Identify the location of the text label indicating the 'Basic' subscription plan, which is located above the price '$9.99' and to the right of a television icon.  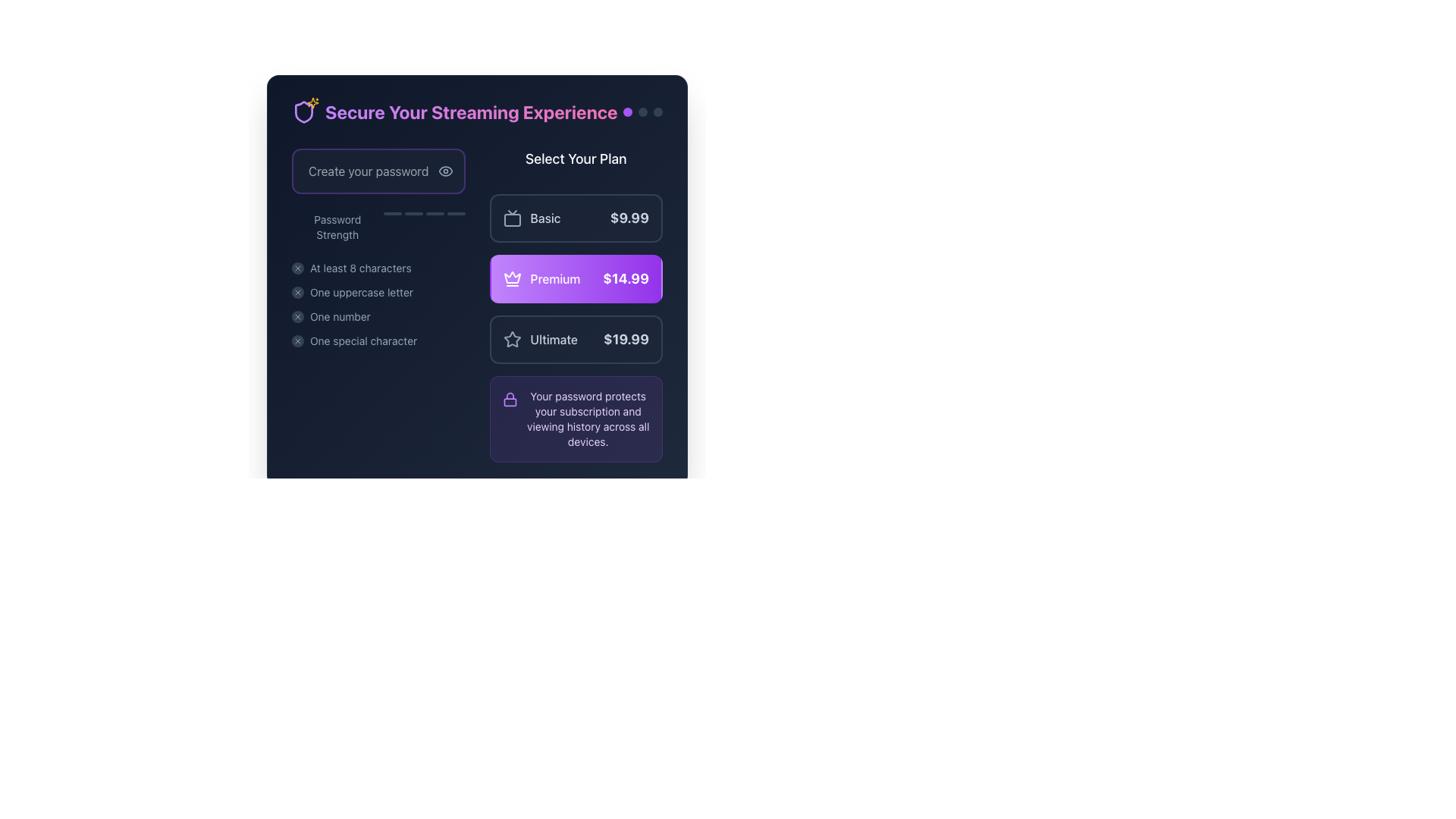
(545, 218).